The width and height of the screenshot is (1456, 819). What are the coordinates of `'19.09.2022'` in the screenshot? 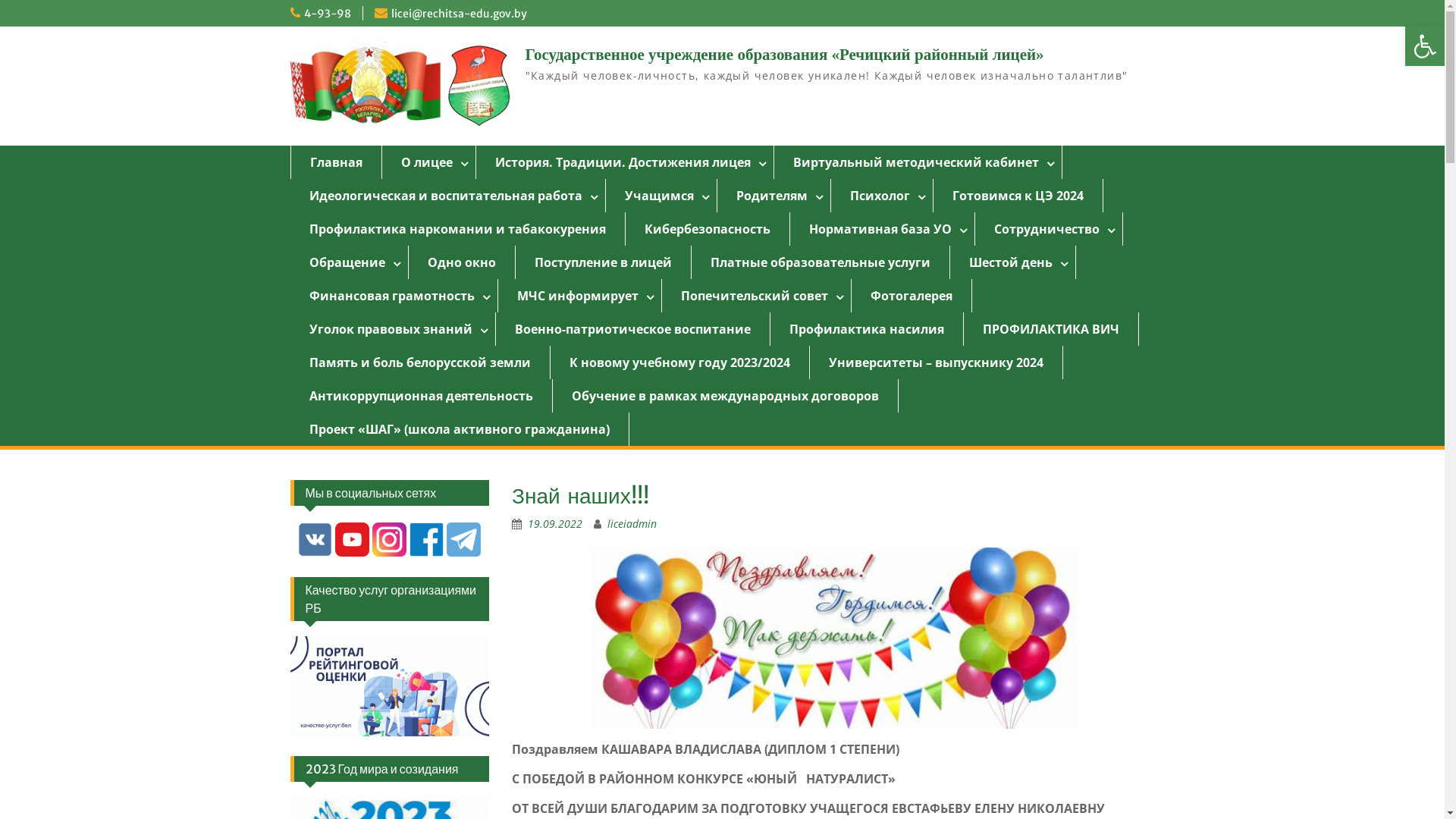 It's located at (554, 522).